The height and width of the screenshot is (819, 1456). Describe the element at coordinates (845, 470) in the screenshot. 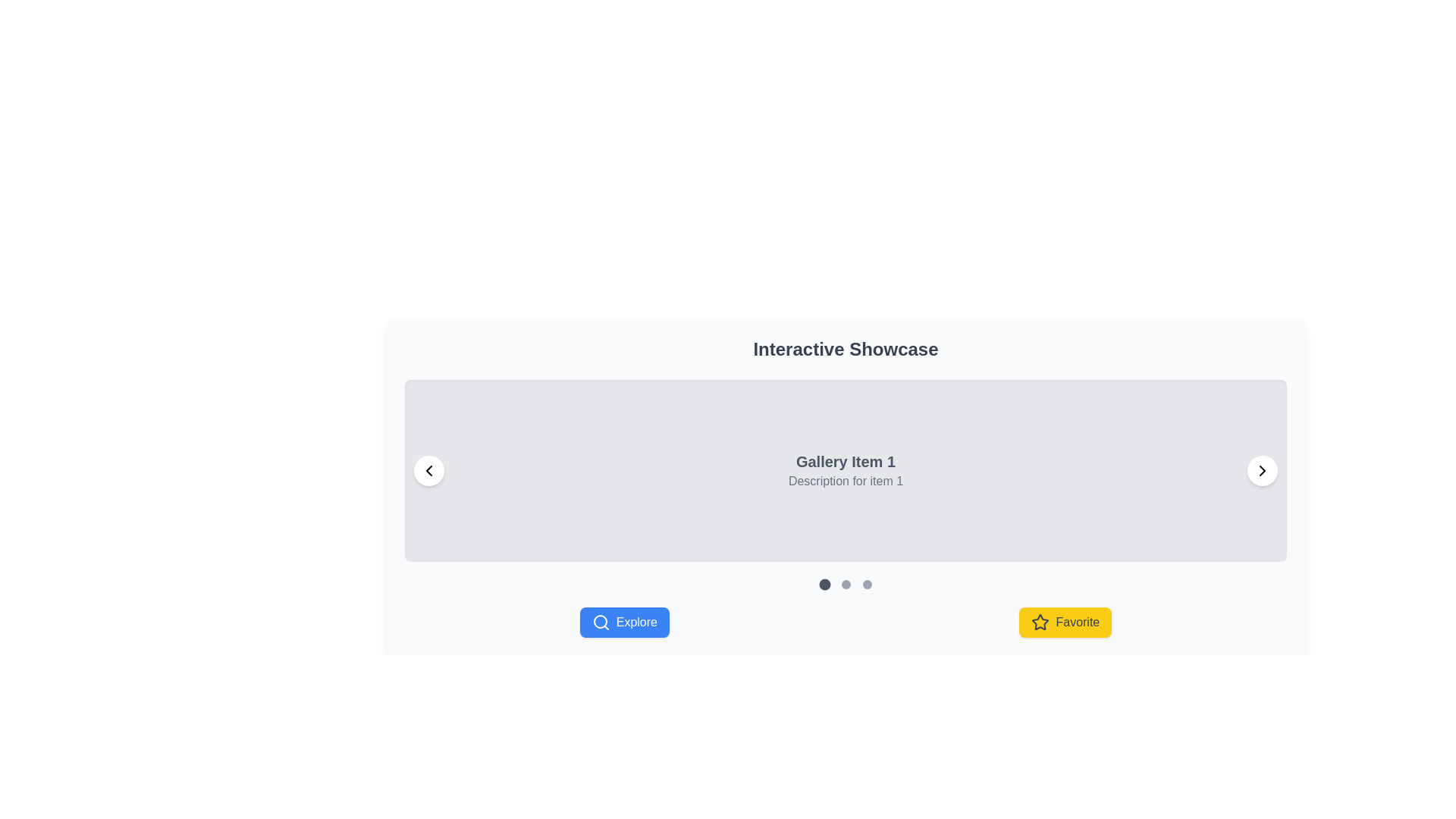

I see `contents of the text label that describes the gallery item, positioned below the 'Interactive Showcase' header and above the pagination indicators and action buttons` at that location.